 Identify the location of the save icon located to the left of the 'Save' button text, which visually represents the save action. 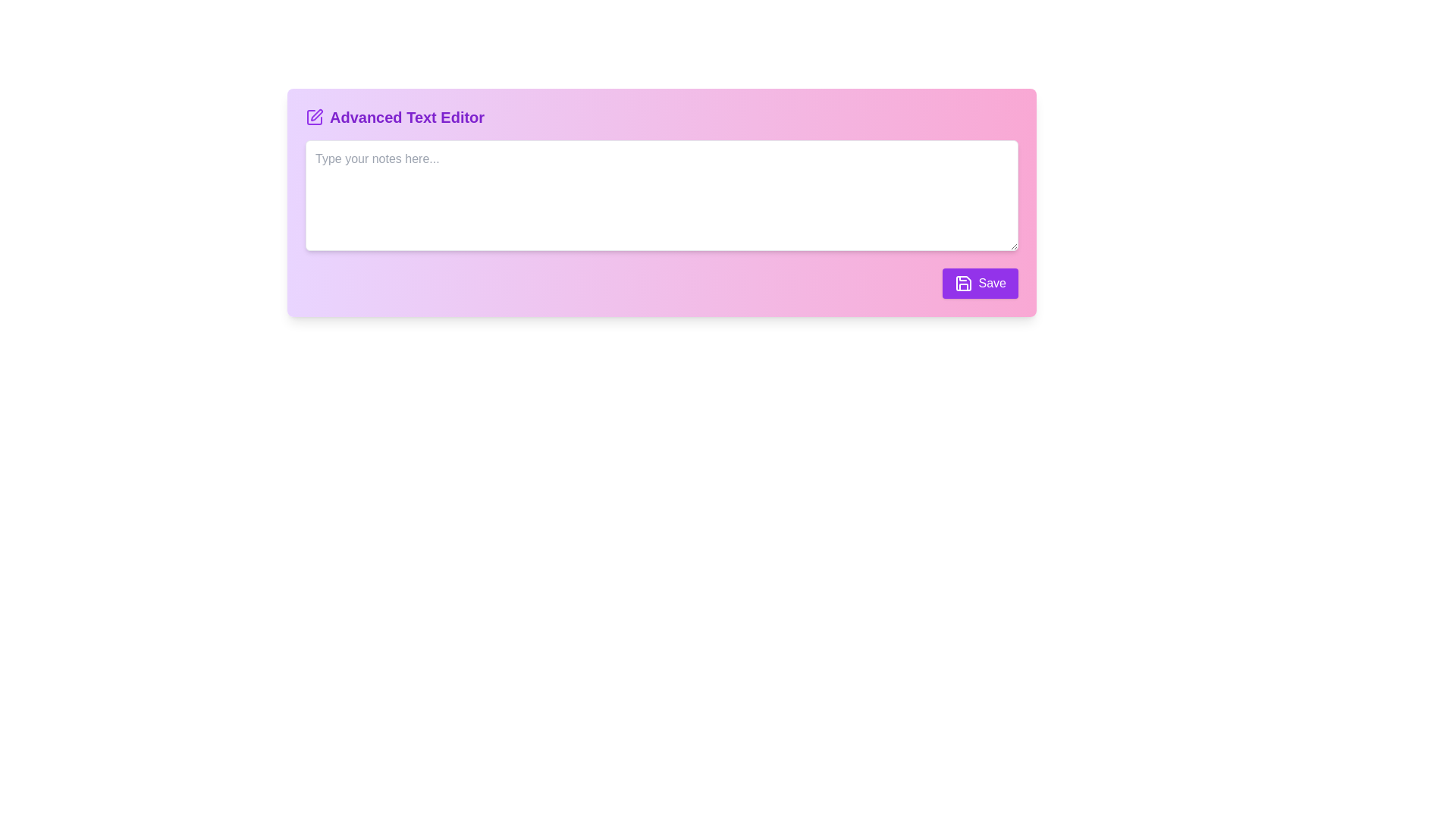
(962, 284).